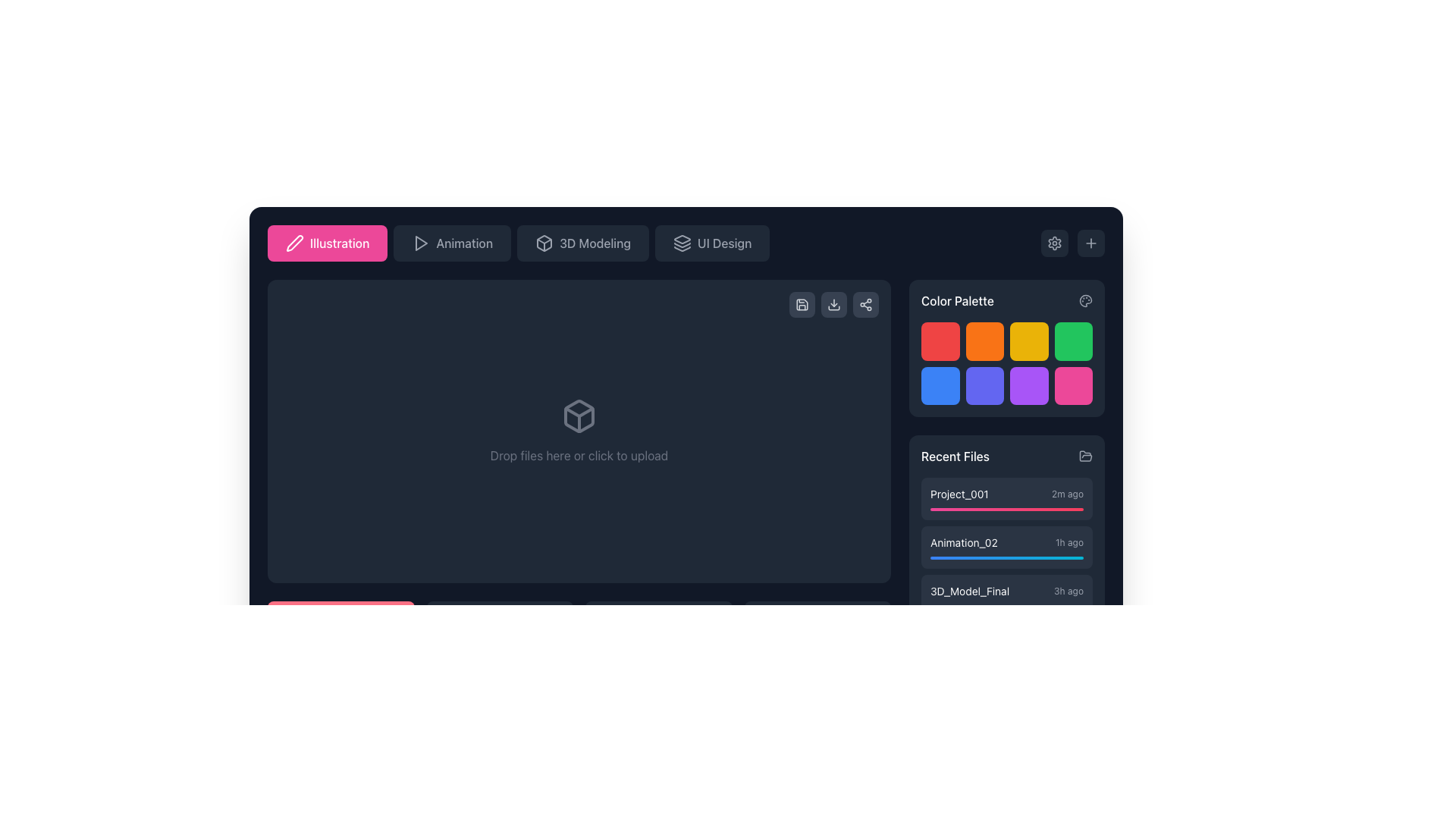  Describe the element at coordinates (1066, 494) in the screenshot. I see `the '2m ago' timestamp text label associated with the first item 'Project_001' in the 'Recent Files' list located on the right-hand side of the interface` at that location.